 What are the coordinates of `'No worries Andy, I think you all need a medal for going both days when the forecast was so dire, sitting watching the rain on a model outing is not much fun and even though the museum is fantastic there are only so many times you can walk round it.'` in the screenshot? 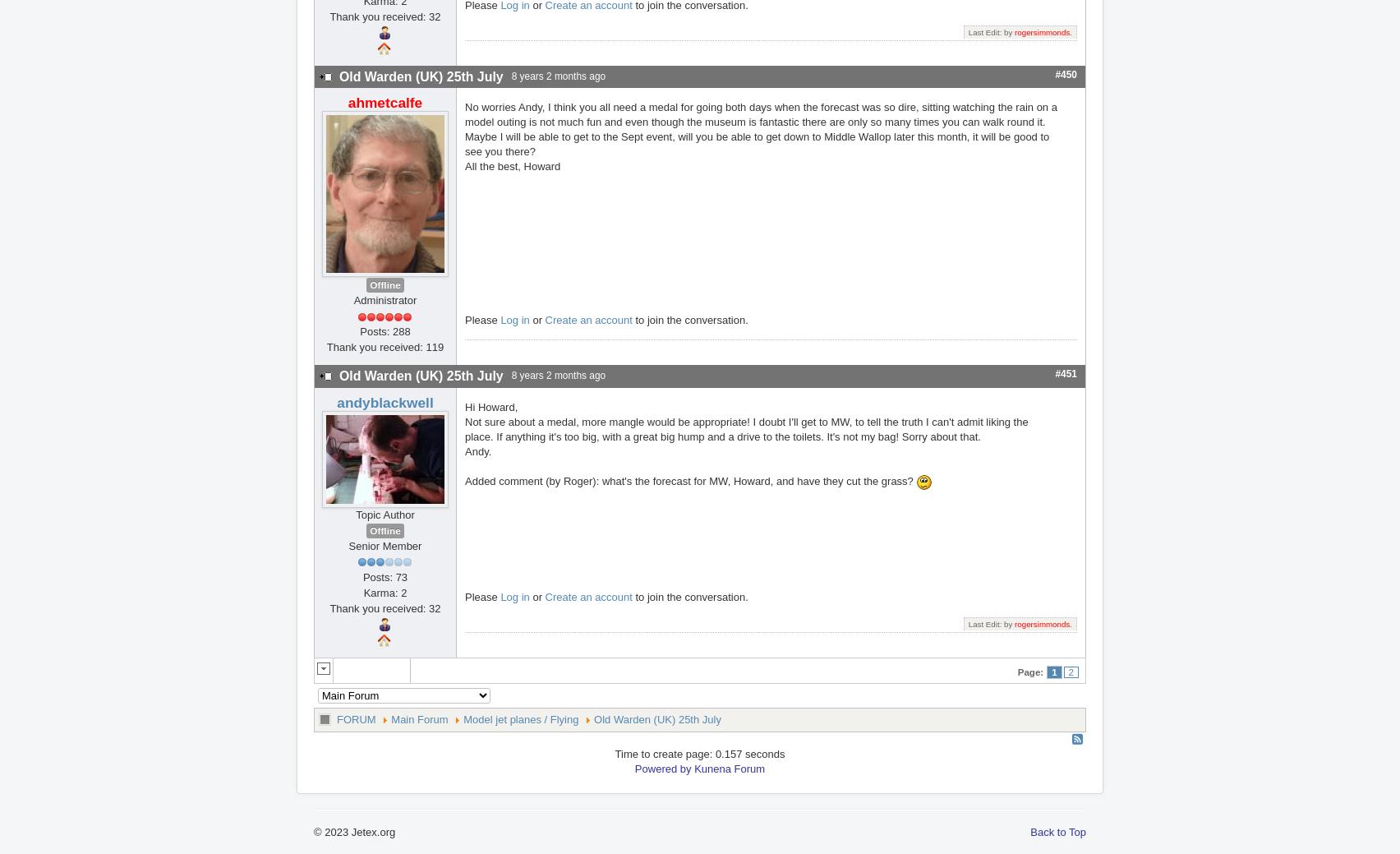 It's located at (465, 113).